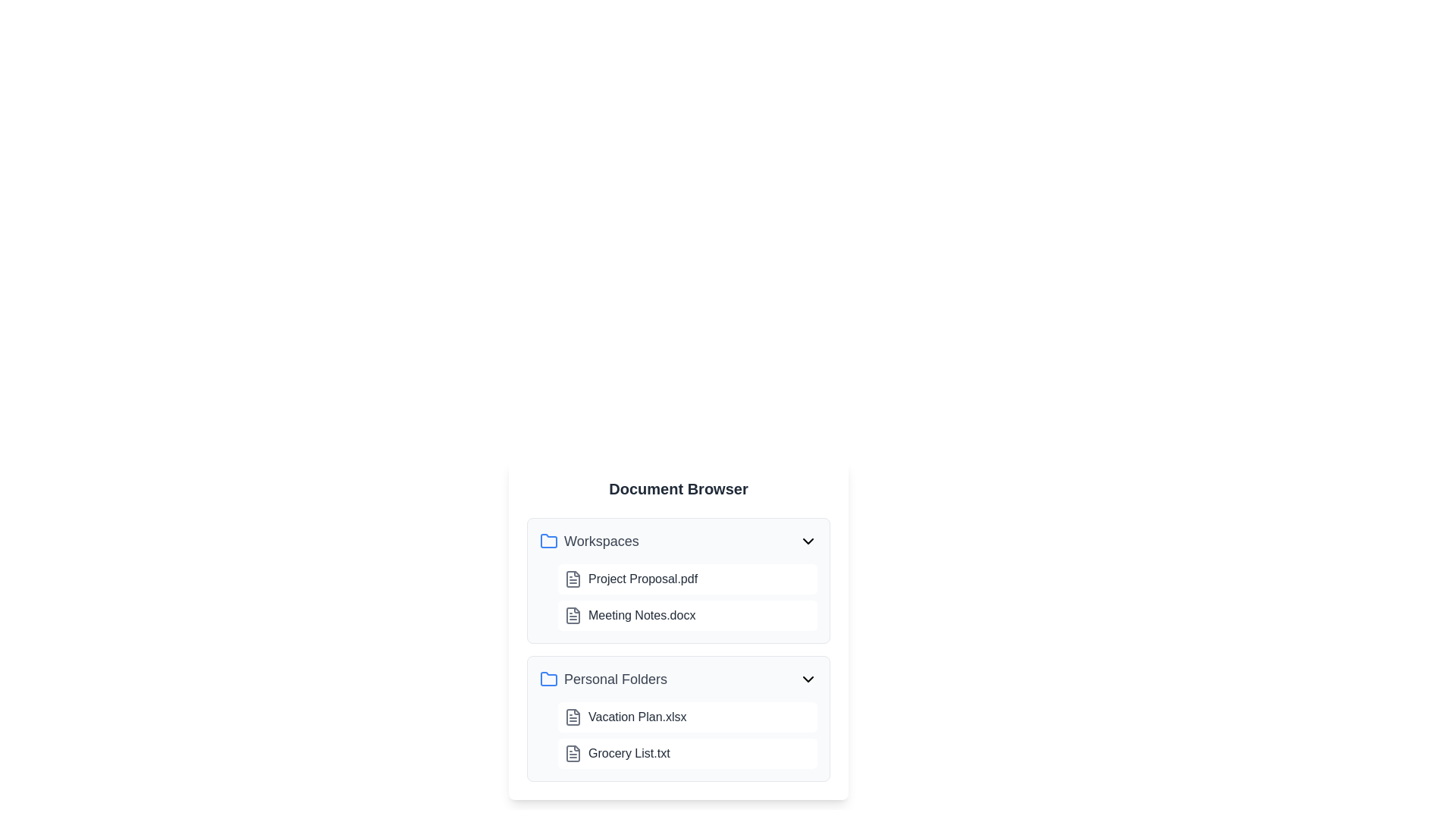 The height and width of the screenshot is (819, 1456). What do you see at coordinates (807, 540) in the screenshot?
I see `the chevron-down SVG icon located at the far-right end of the header for the 'Workspaces' section` at bounding box center [807, 540].